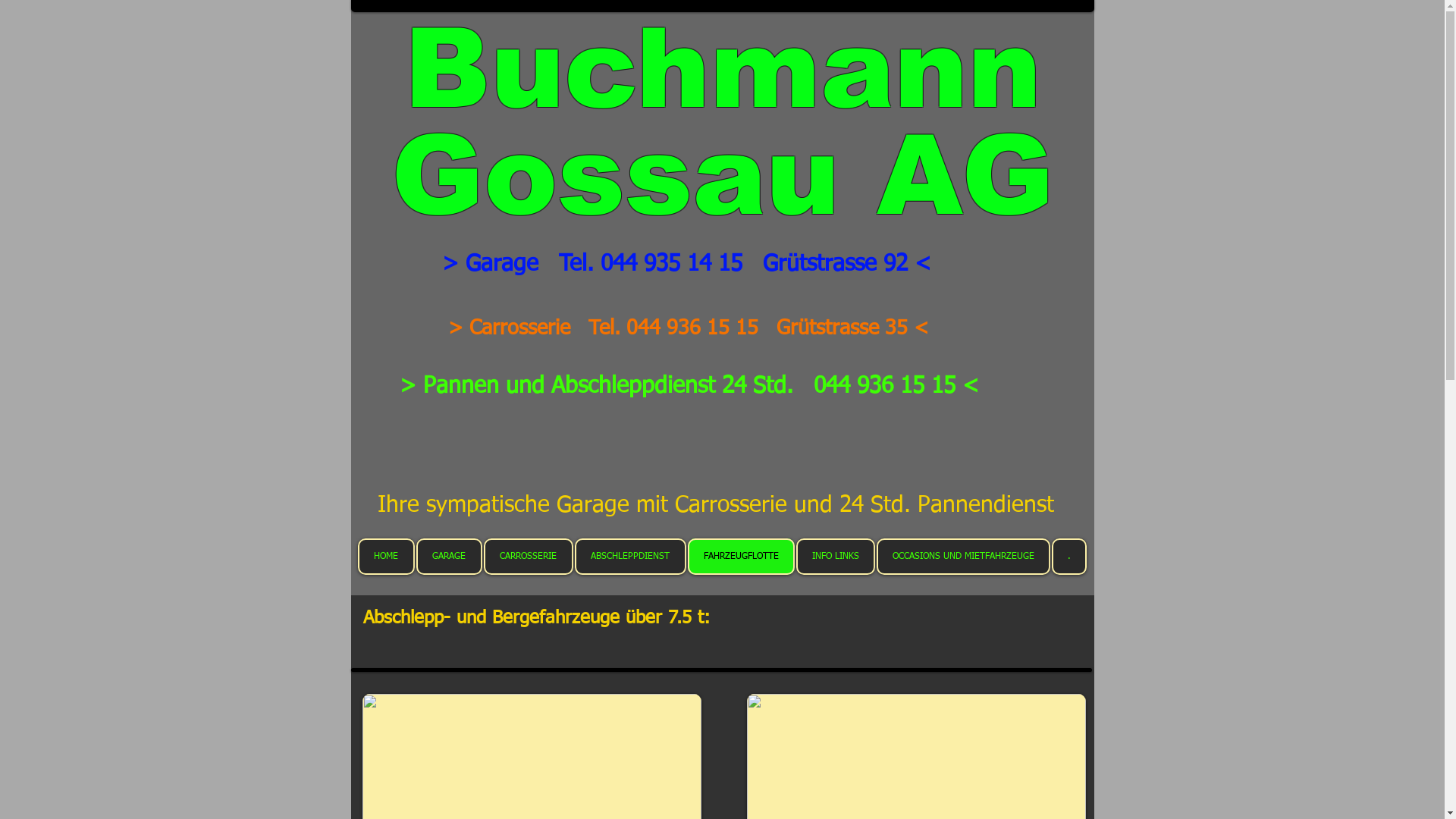  What do you see at coordinates (835, 556) in the screenshot?
I see `'INFO LINKS'` at bounding box center [835, 556].